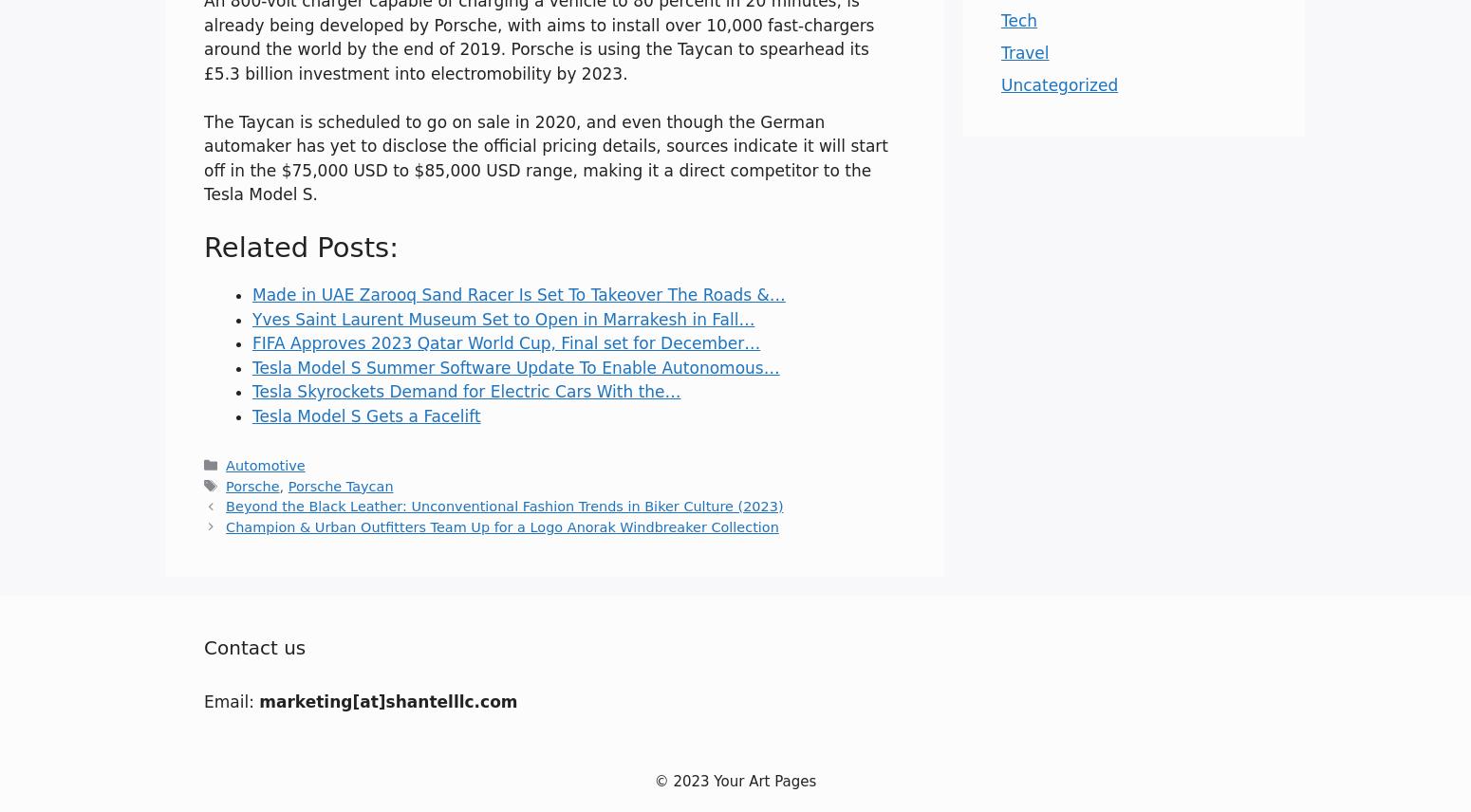 This screenshot has height=812, width=1471. I want to click on '© 2023 Your Art Pages', so click(735, 780).